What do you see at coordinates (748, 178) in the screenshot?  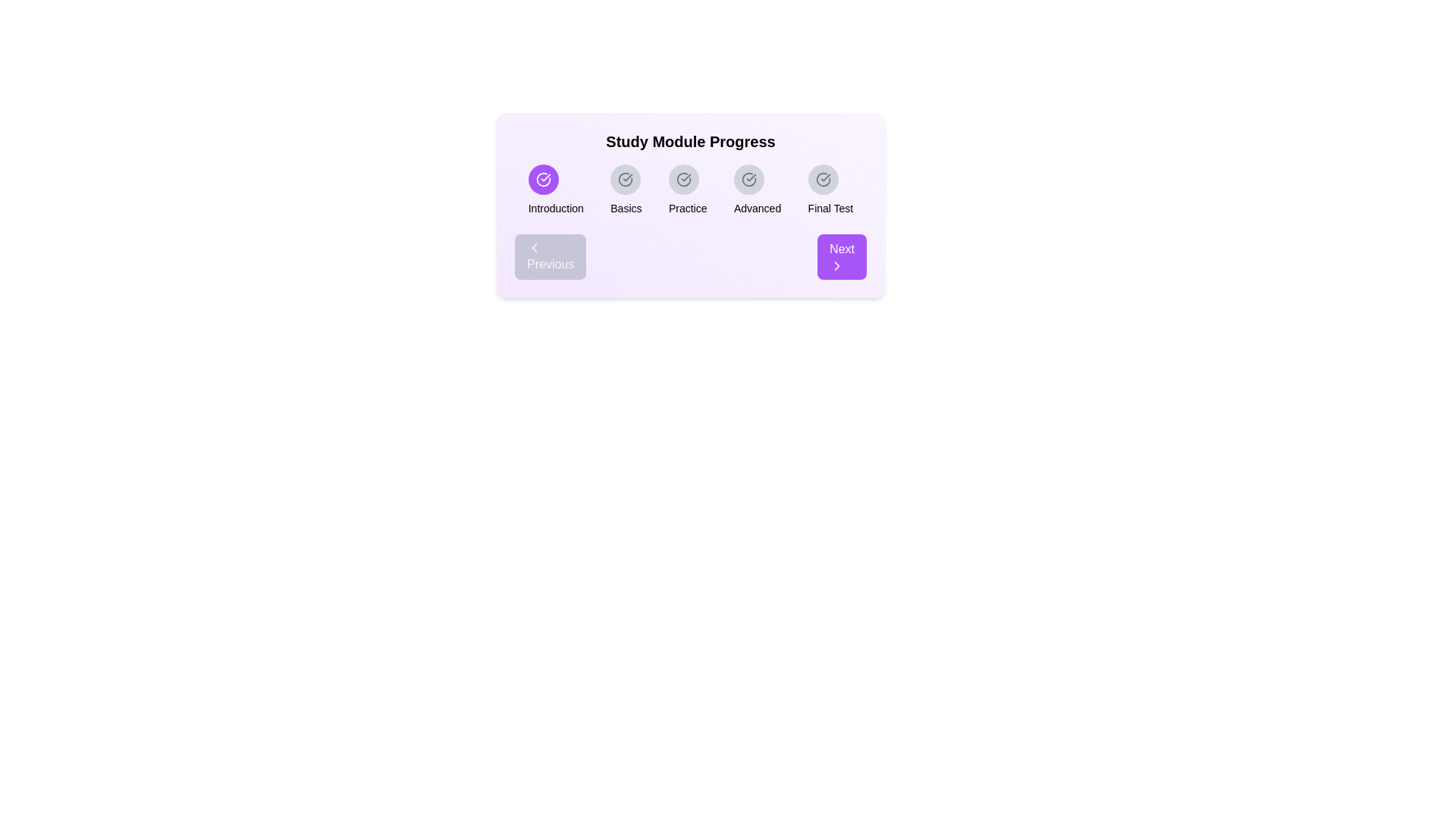 I see `the circular status indicator with a checkmark icon labeled 'Advanced', which is the third icon in a horizontal row representing different stages of study progress` at bounding box center [748, 178].